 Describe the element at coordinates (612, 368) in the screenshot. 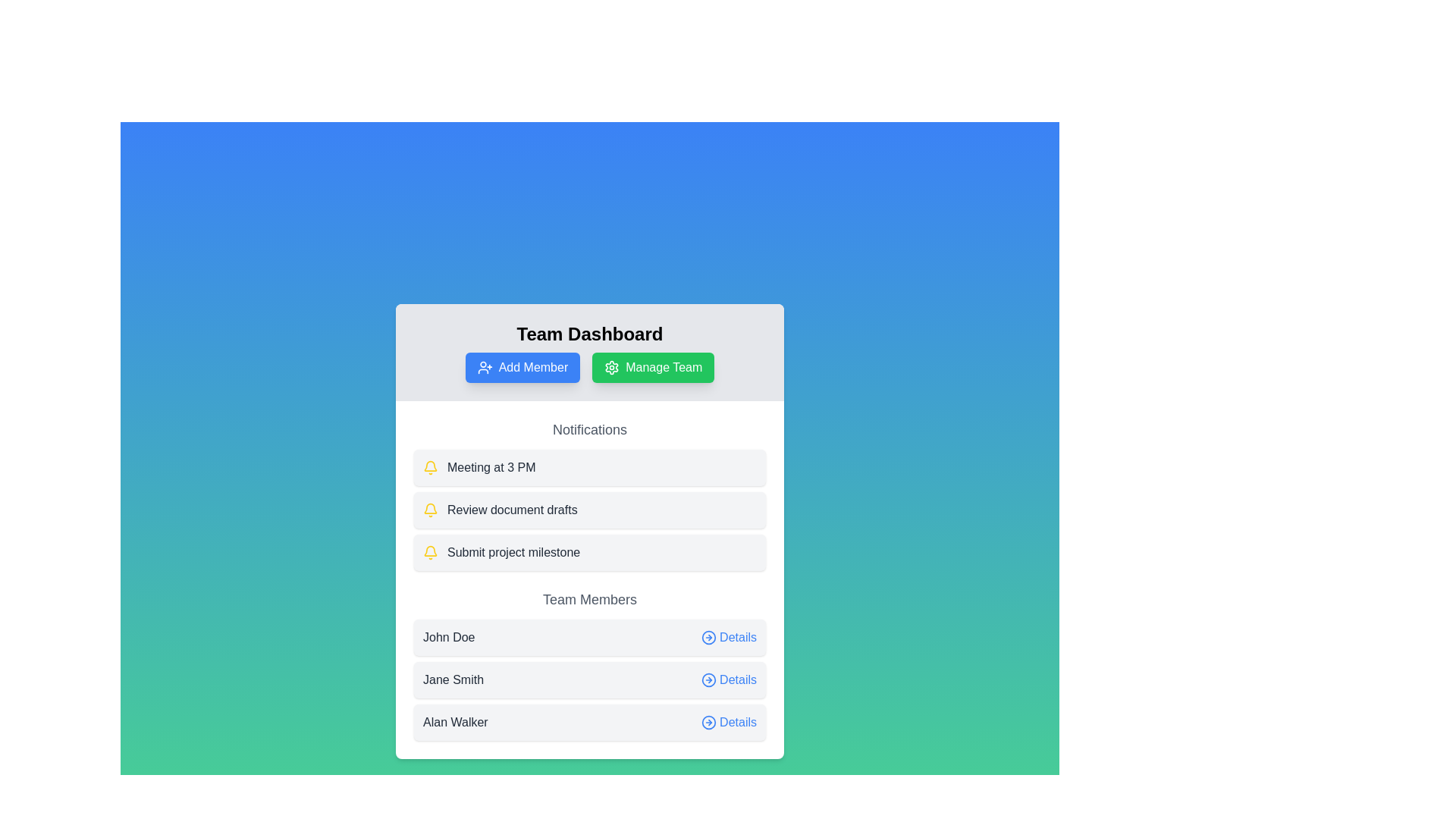

I see `the settings icon, which is a cogwheel styled element located within the green 'Manage Team' button` at that location.